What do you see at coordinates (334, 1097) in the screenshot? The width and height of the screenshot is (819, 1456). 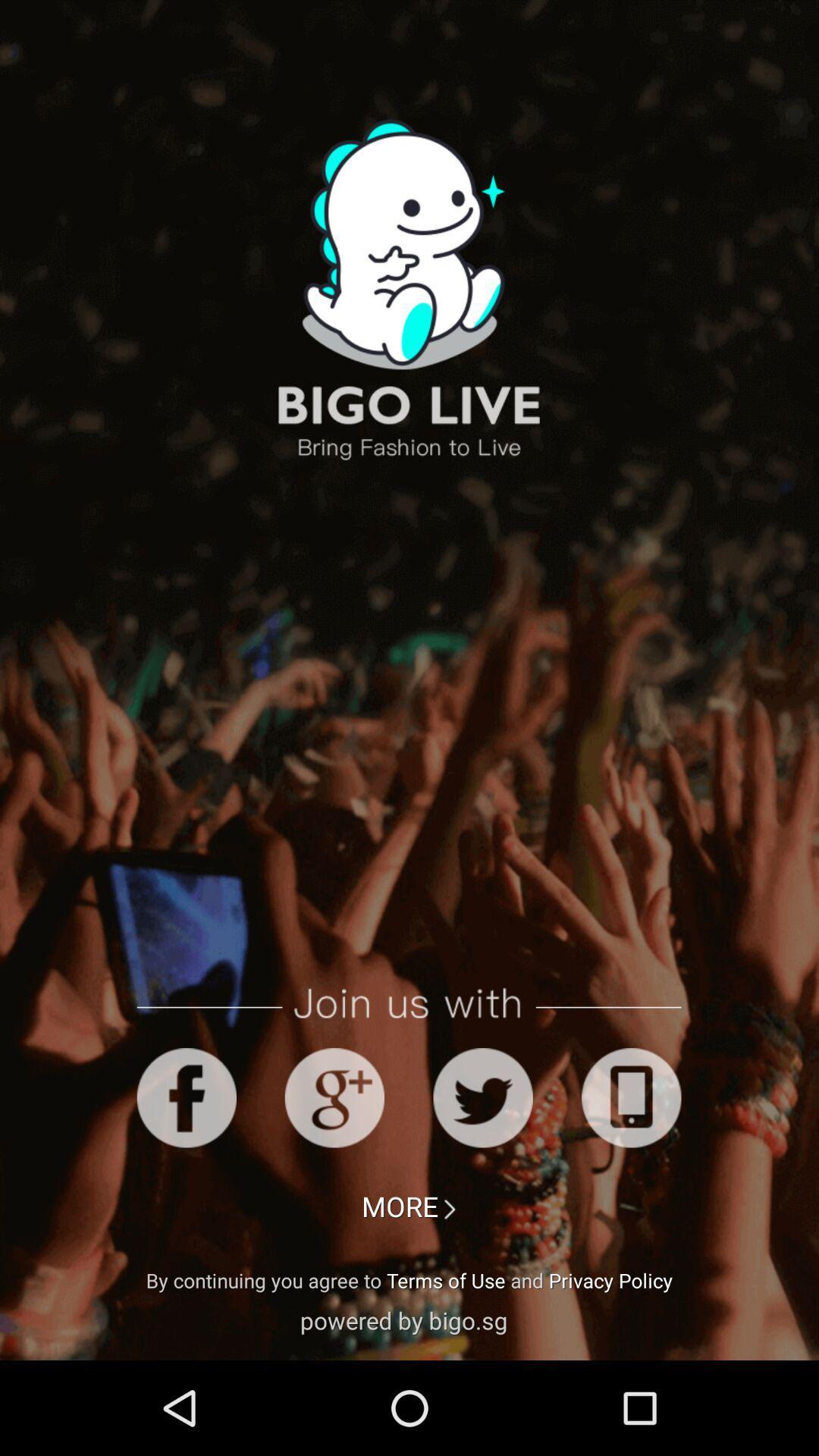 I see `login with google+` at bounding box center [334, 1097].